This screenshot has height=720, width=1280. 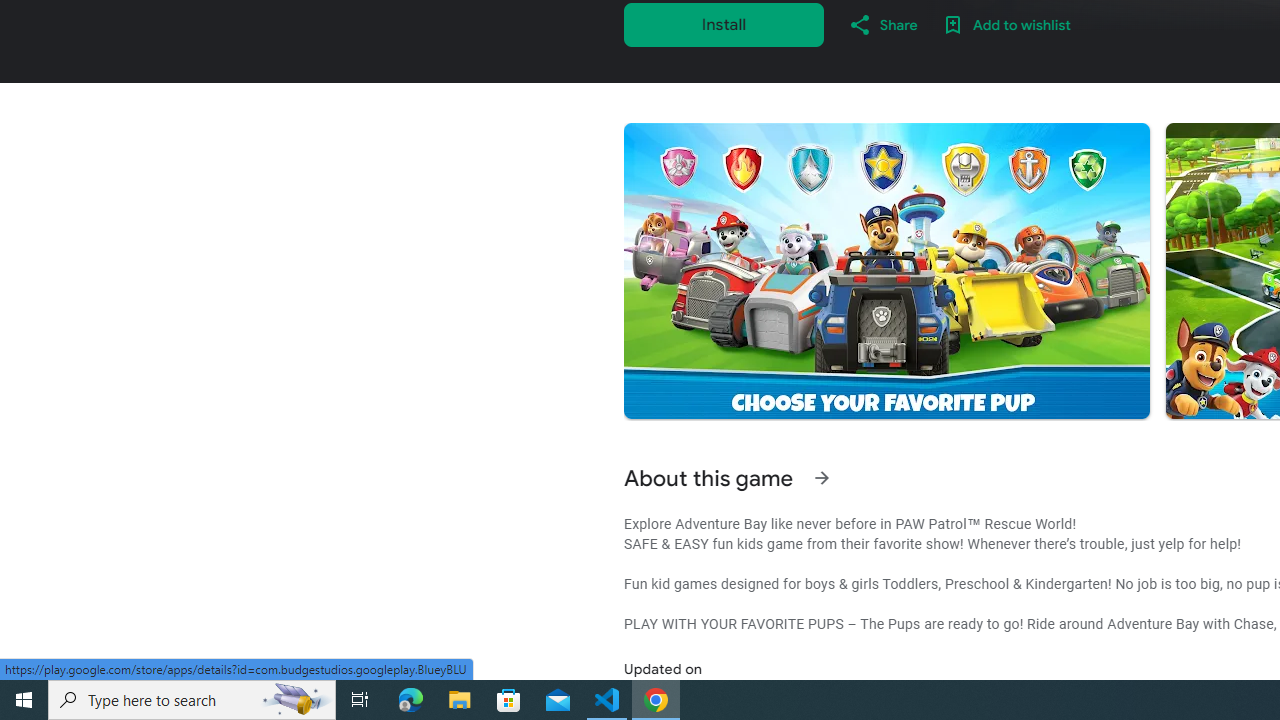 I want to click on 'See more information on About this game', so click(x=821, y=478).